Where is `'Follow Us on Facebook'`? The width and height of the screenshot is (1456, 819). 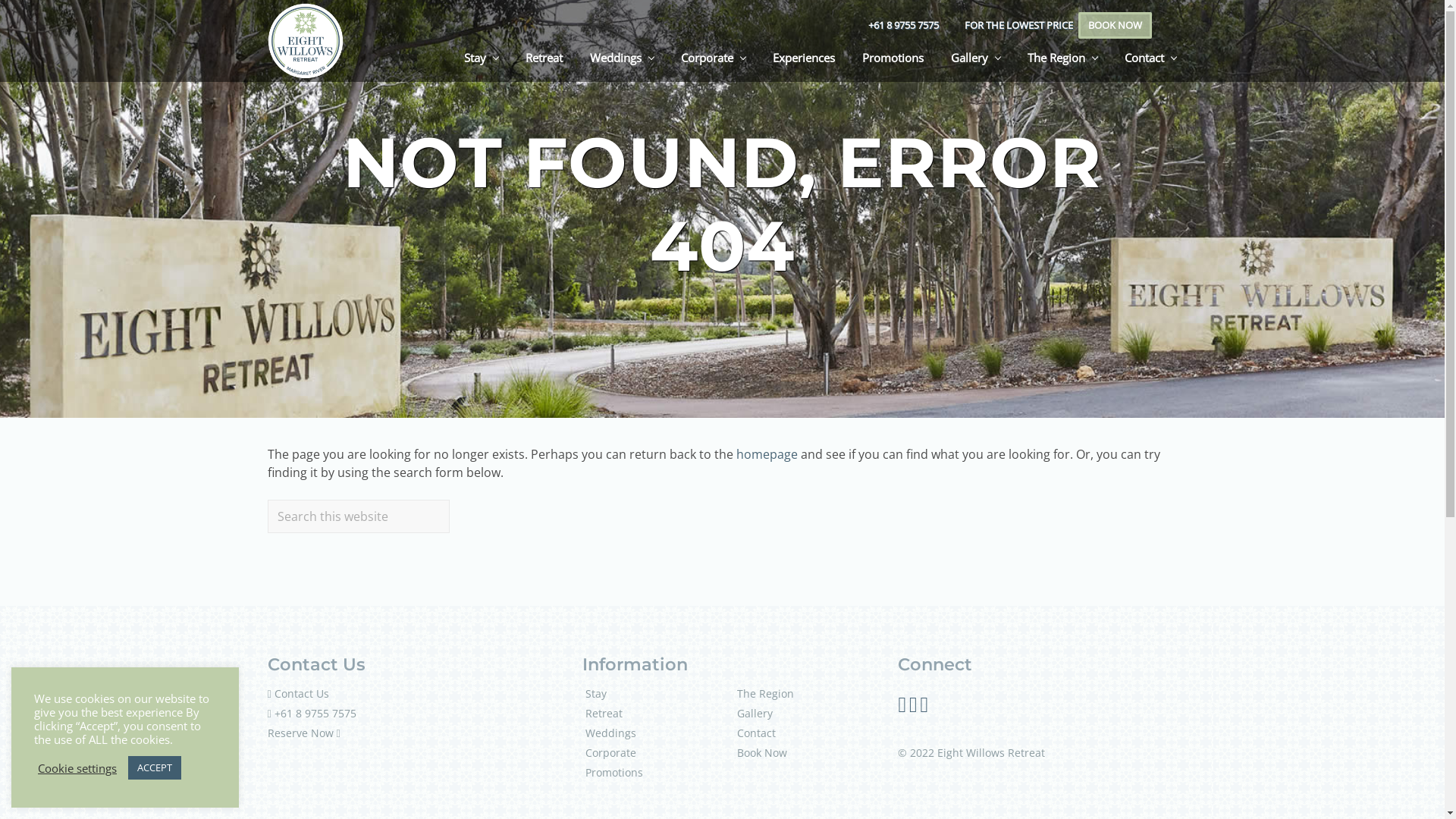 'Follow Us on Facebook' is located at coordinates (902, 708).